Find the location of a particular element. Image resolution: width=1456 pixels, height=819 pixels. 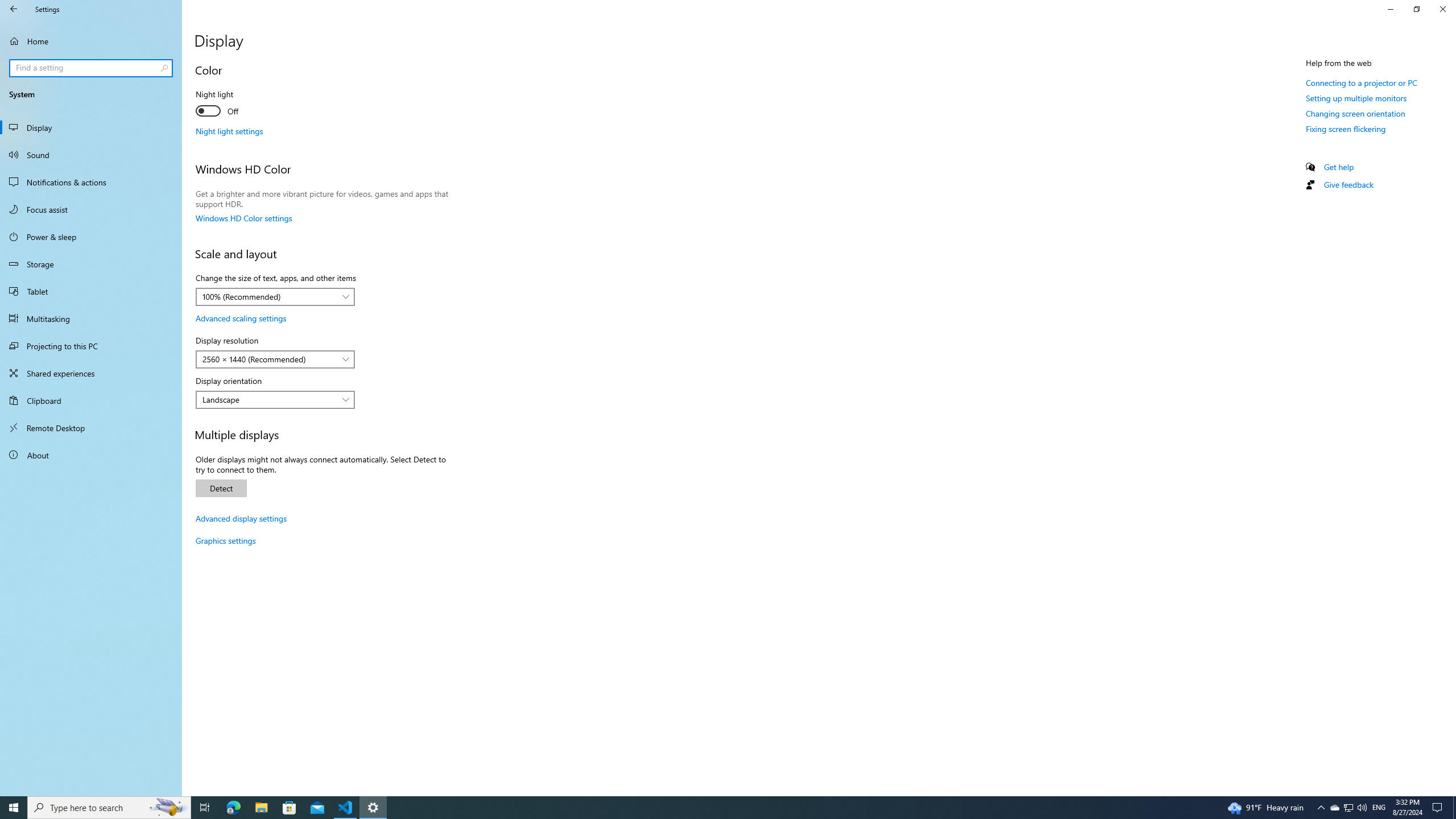

'Minimize Settings' is located at coordinates (1389, 9).